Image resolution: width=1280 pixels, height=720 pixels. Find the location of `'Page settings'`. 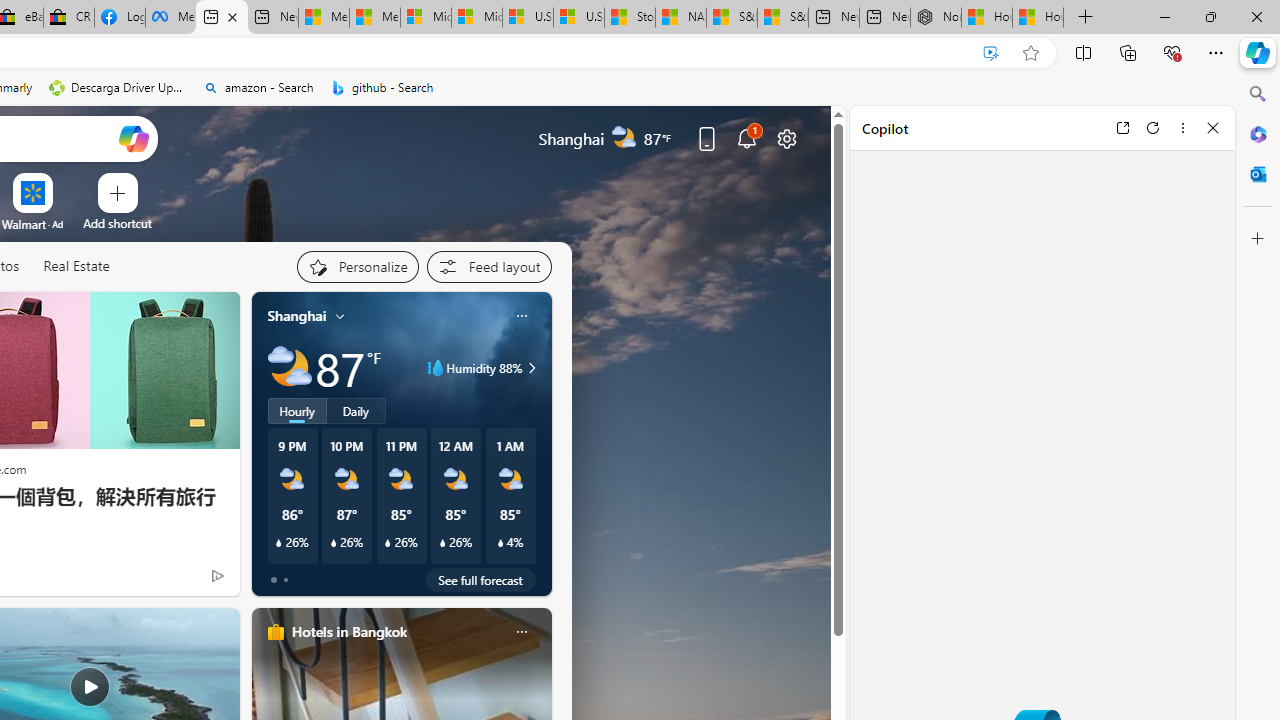

'Page settings' is located at coordinates (785, 137).